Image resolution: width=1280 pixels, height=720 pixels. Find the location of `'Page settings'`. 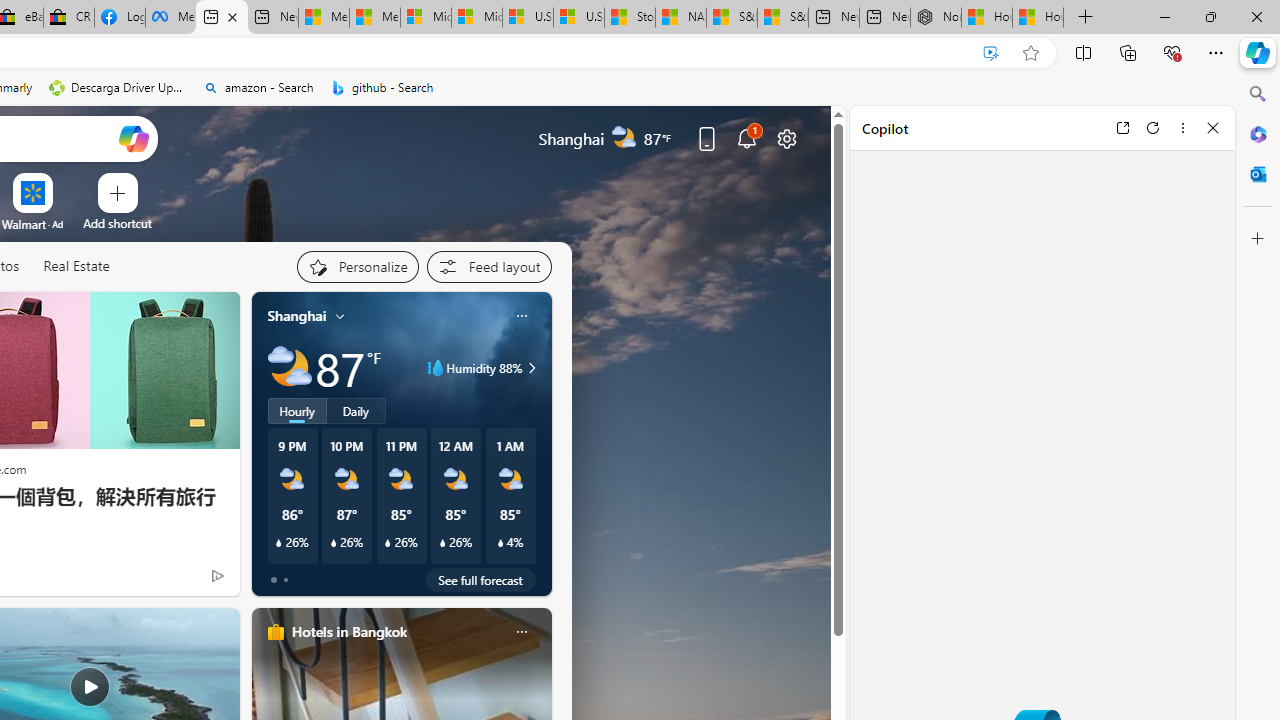

'Page settings' is located at coordinates (785, 137).